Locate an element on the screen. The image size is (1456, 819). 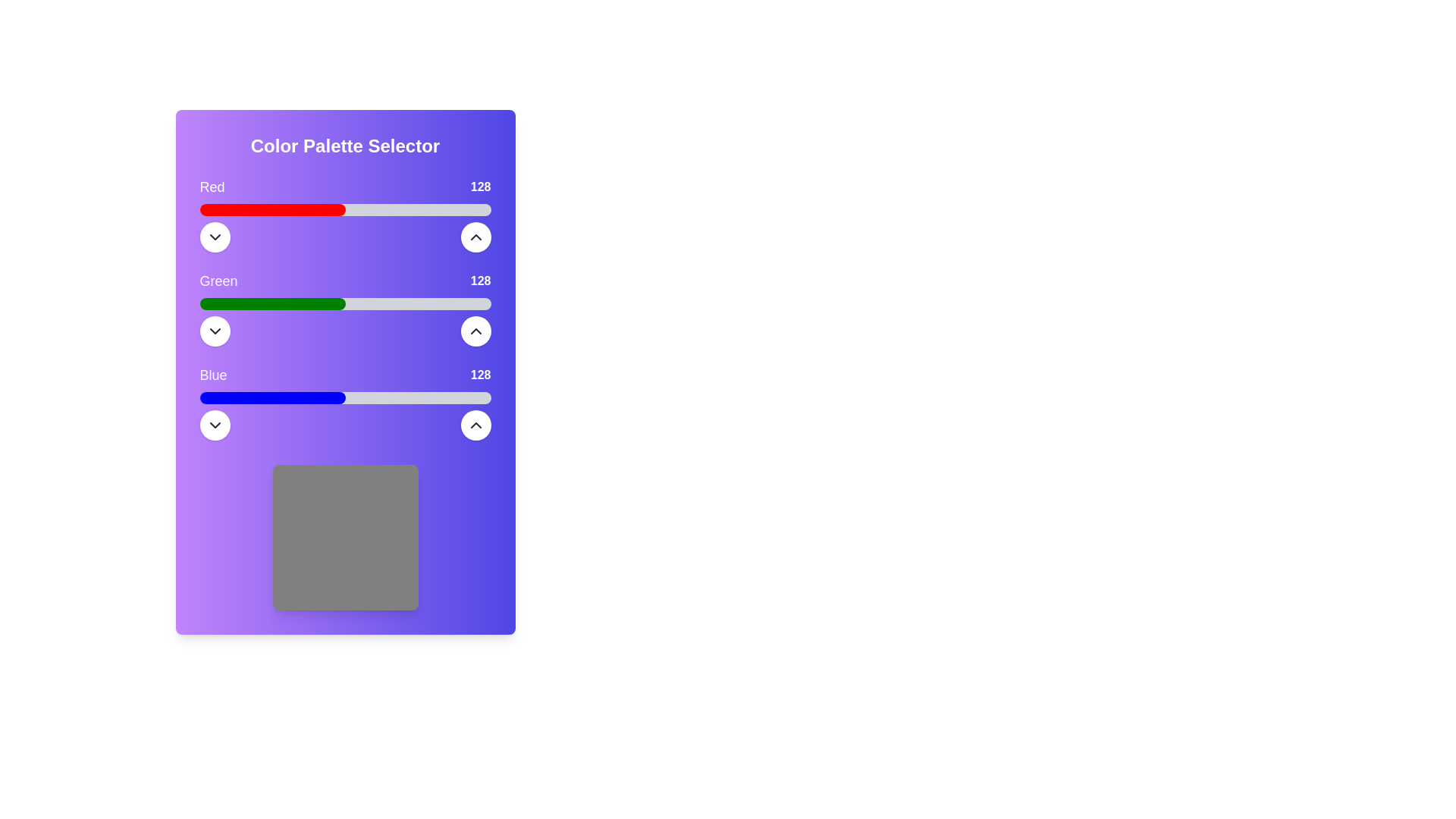
the circular white button with a downward arrow icon, located to the left of the 'Red' slider, to decrease the value of the associated slider is located at coordinates (214, 237).